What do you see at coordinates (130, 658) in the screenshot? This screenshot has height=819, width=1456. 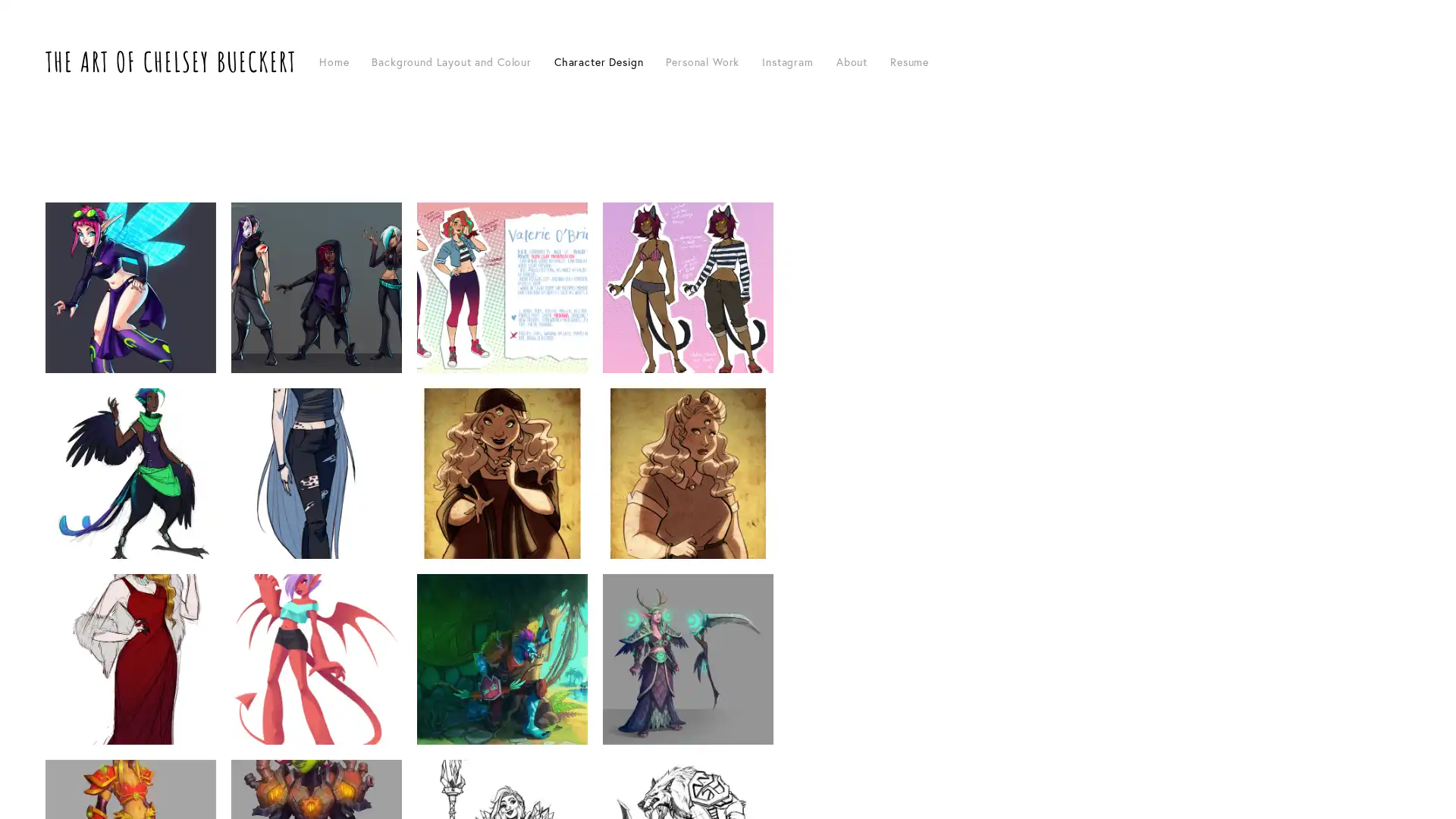 I see `View fullsize camilla.png` at bounding box center [130, 658].